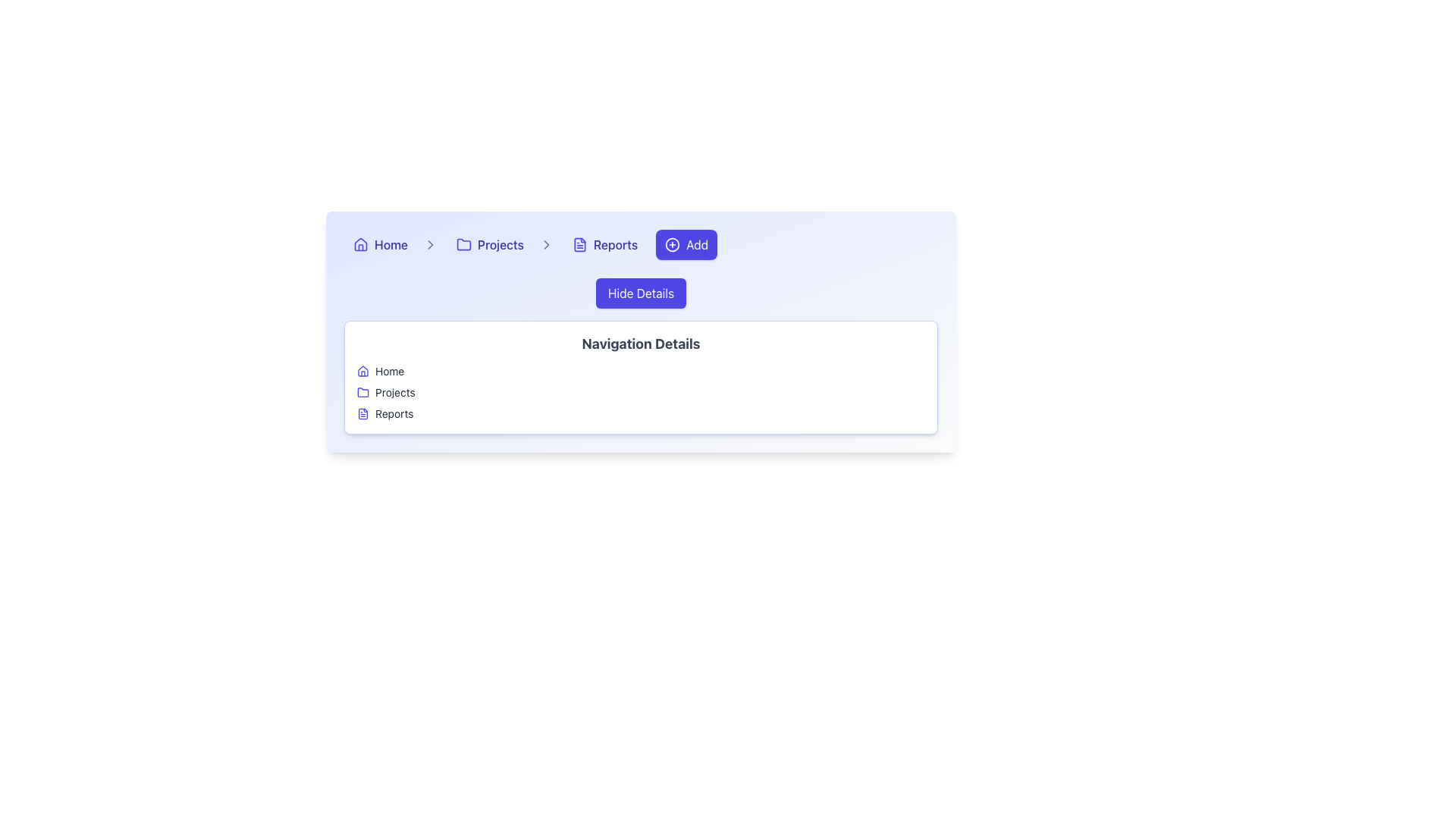 This screenshot has height=819, width=1456. What do you see at coordinates (672, 244) in the screenshot?
I see `the circular icon that is part of the 'plus inside a circle' graphic, which is positioned to the right of the breadcrumb navigation and next to the 'Add' button` at bounding box center [672, 244].